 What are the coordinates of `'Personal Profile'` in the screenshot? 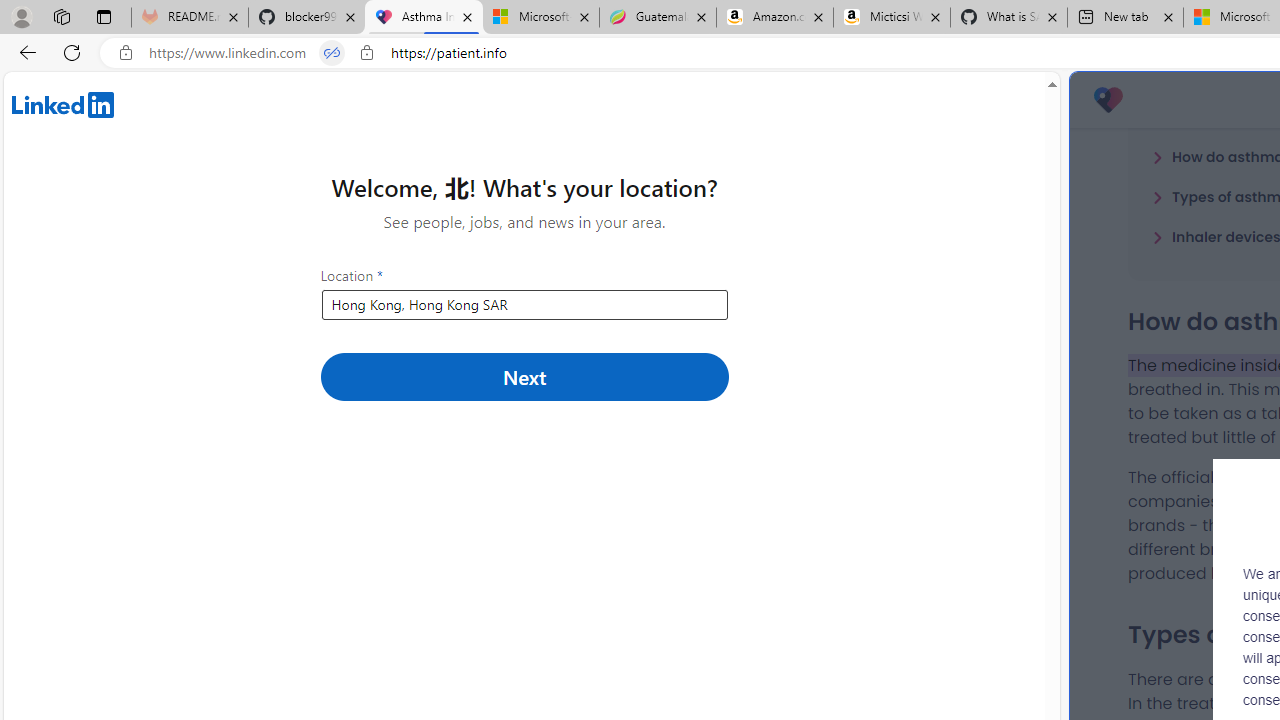 It's located at (21, 16).